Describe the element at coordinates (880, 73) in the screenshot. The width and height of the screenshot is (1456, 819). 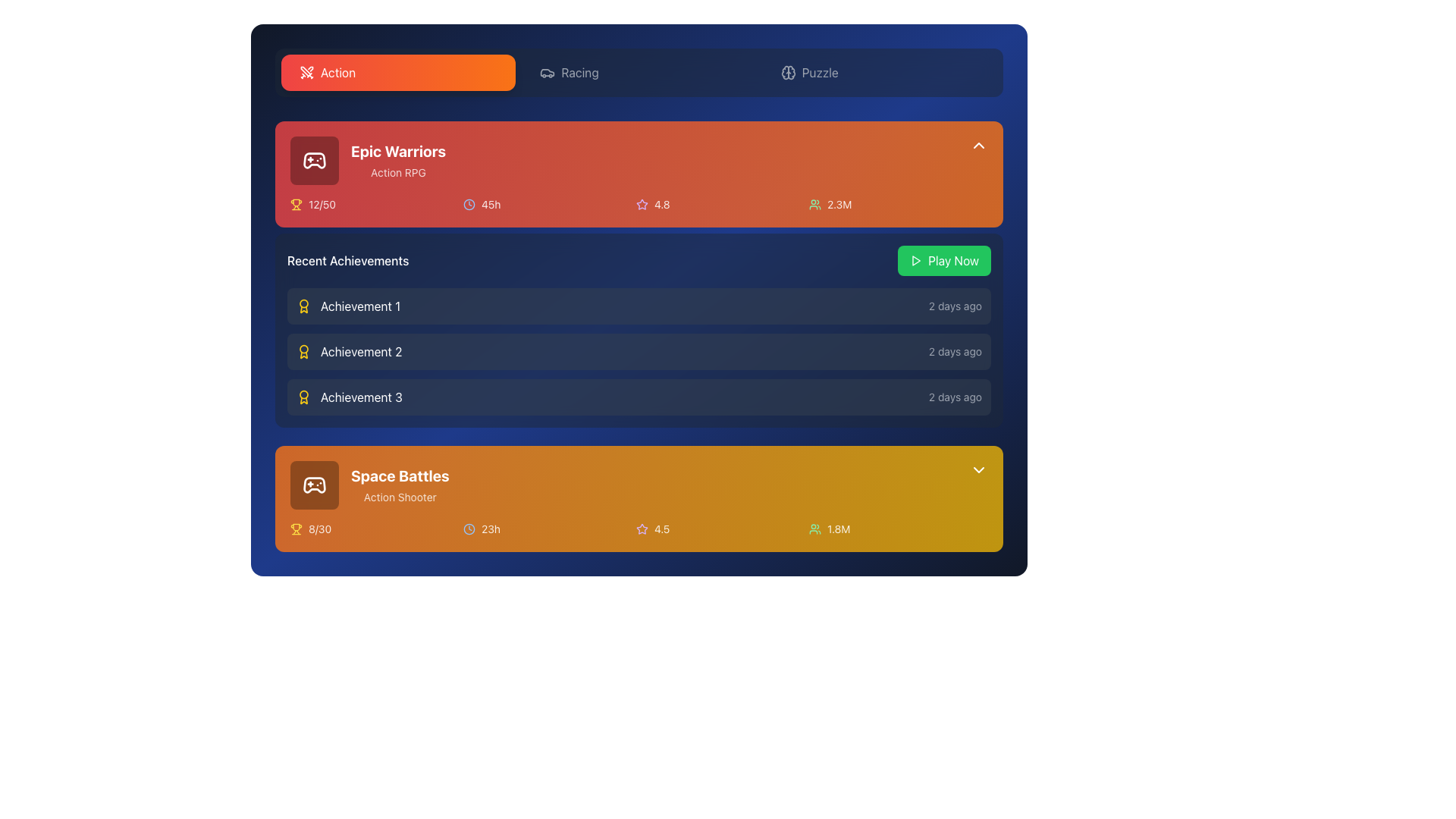
I see `the third navigation button labeled 'Puzzle' located at the top of the interface to observe visual feedback` at that location.